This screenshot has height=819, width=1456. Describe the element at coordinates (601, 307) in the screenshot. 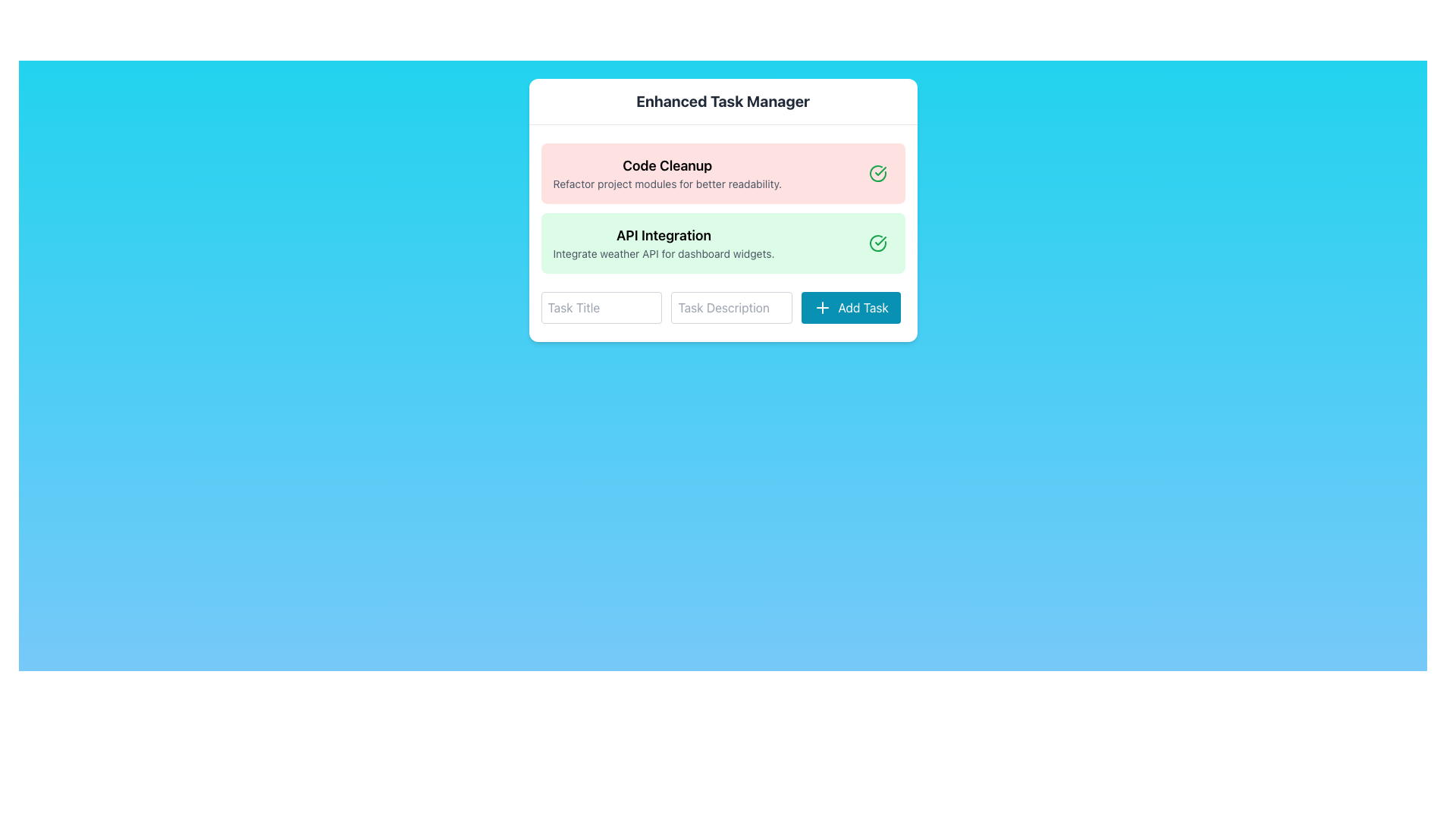

I see `the task title input field` at that location.